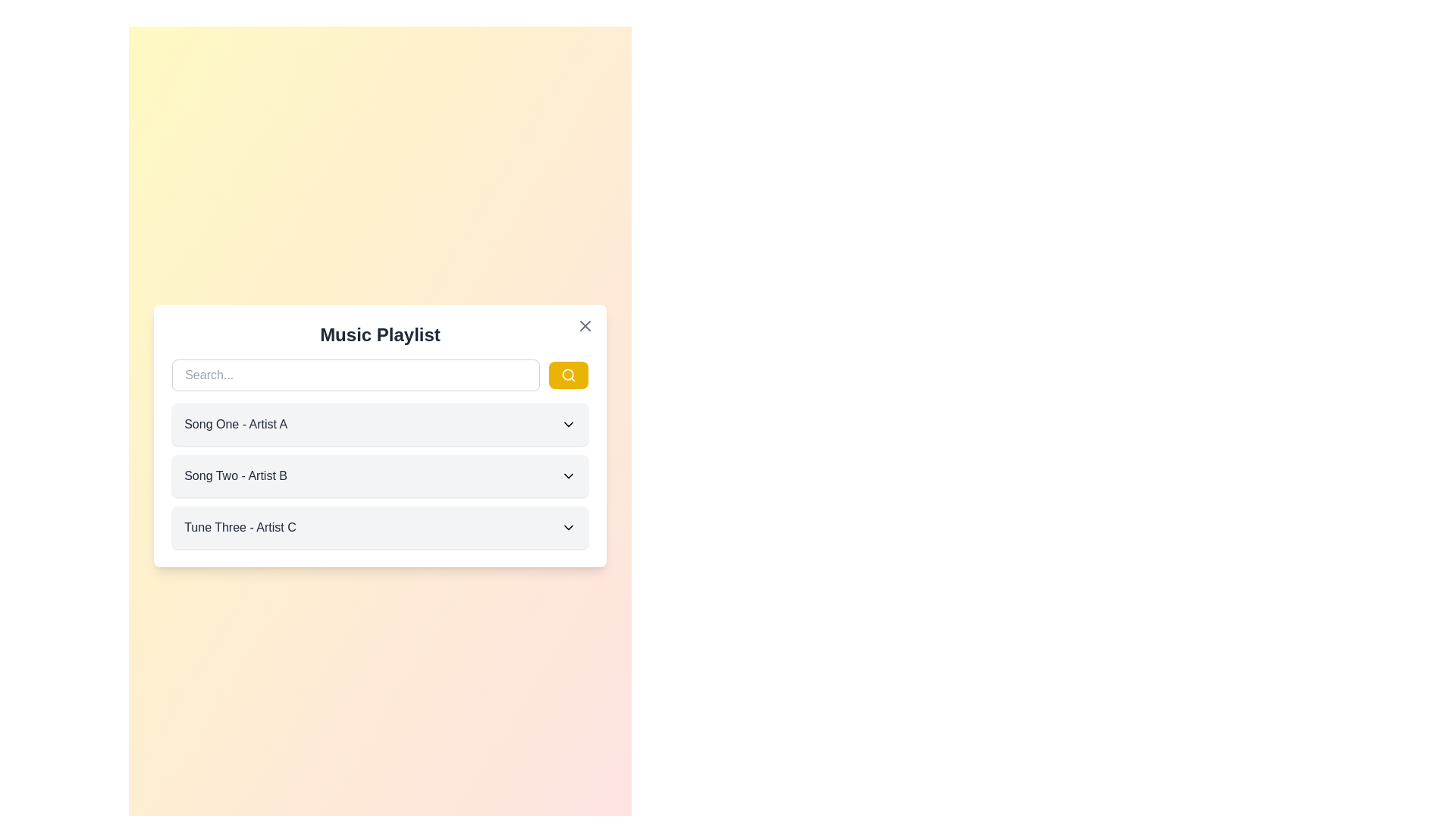 The height and width of the screenshot is (819, 1456). I want to click on the toggle button for 'Tune Three - Artist C', so click(567, 526).